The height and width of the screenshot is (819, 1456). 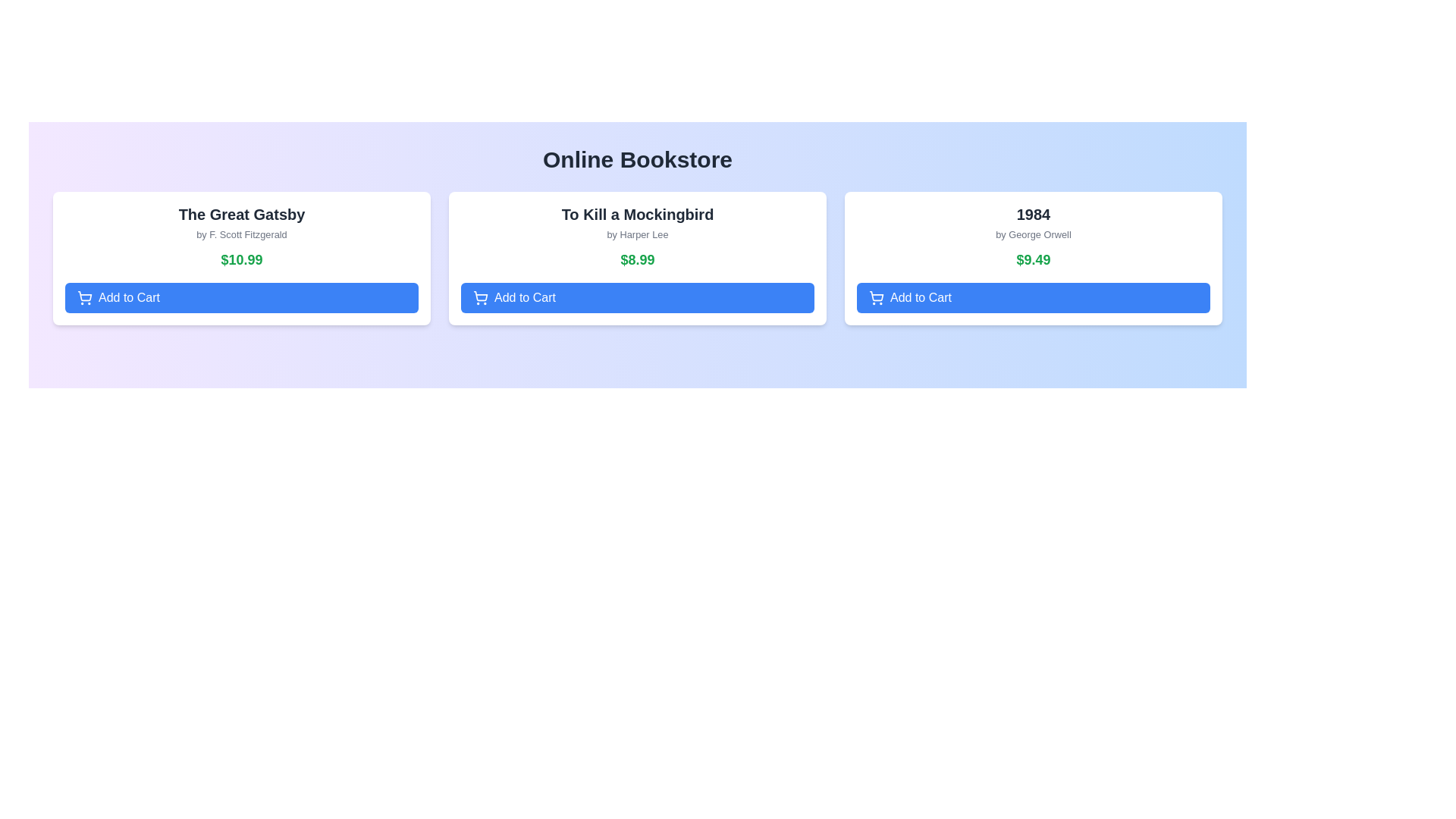 What do you see at coordinates (877, 298) in the screenshot?
I see `the leftmost icon of the 'Add to Cart' button located under the product titled '1984' by George Orwell, which is the third button in a row of similar buttons` at bounding box center [877, 298].